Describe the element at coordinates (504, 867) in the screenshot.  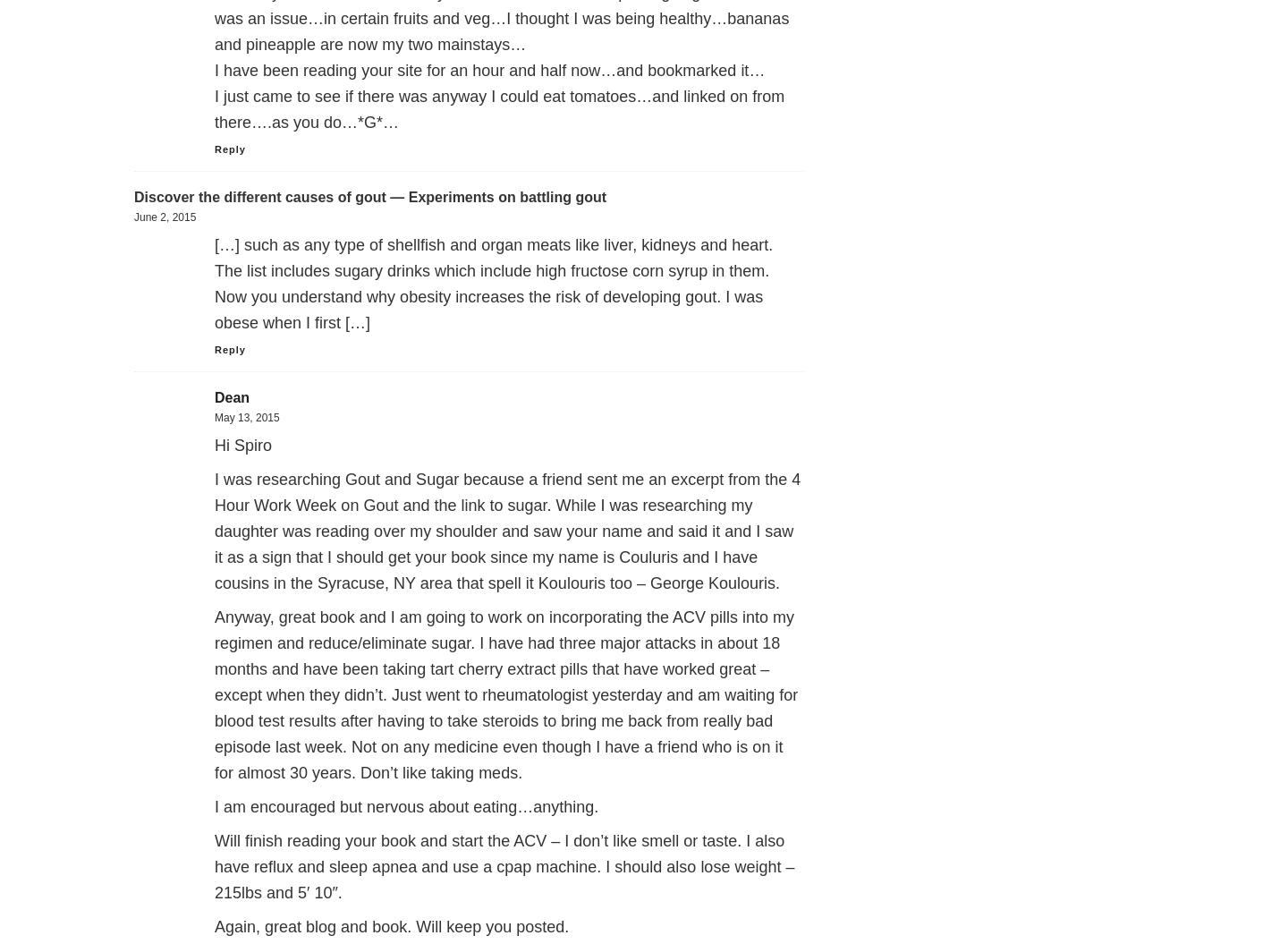
I see `'Will finish reading your book and start the ACV – I don’t like smell or taste. I also have reflux and sleep apnea and use a cpap machine. I should also lose weight – 215lbs and 5′ 10″.'` at that location.